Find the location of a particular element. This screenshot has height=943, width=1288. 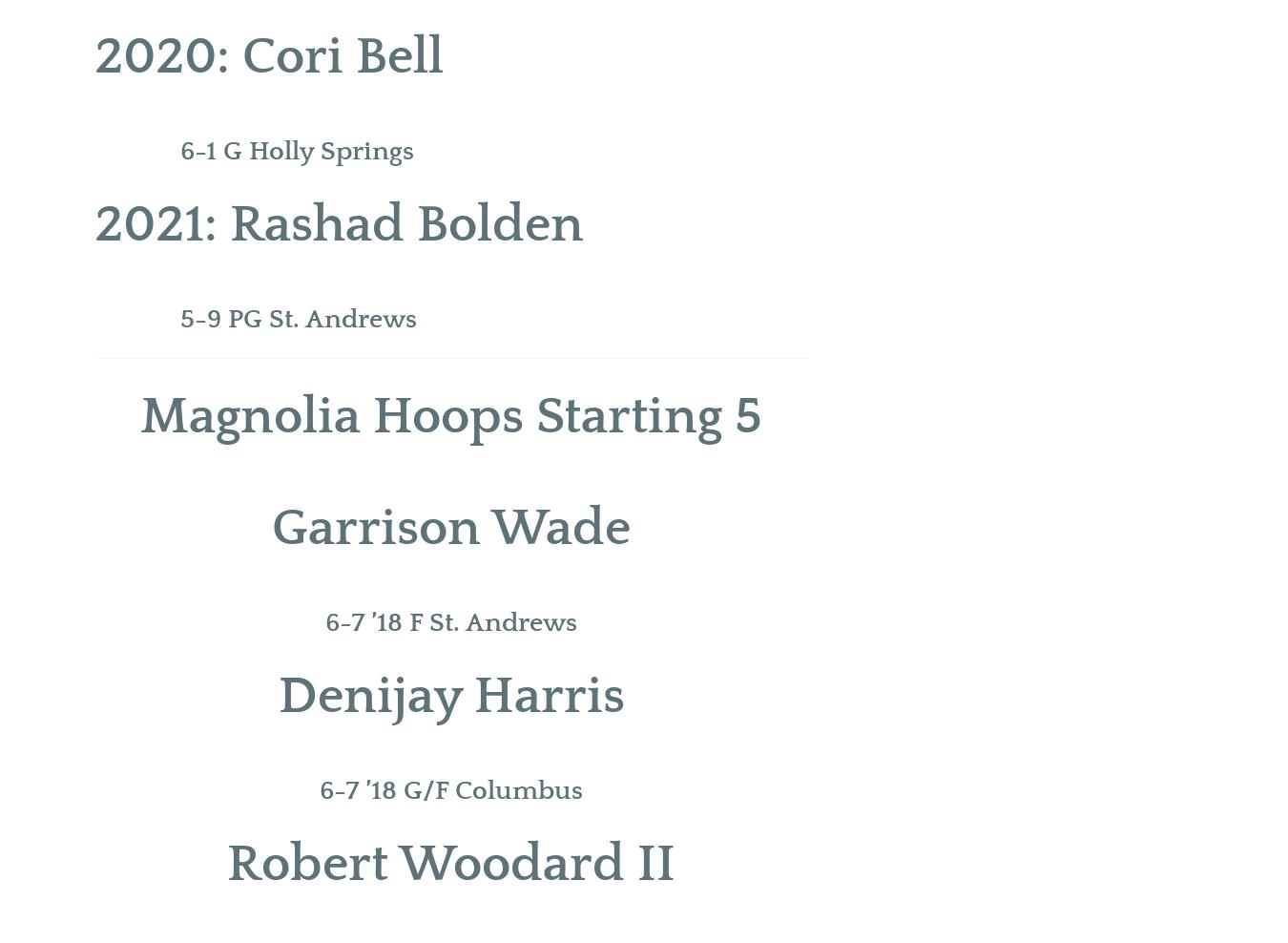

'5-9 PG St. Andrews' is located at coordinates (180, 319).